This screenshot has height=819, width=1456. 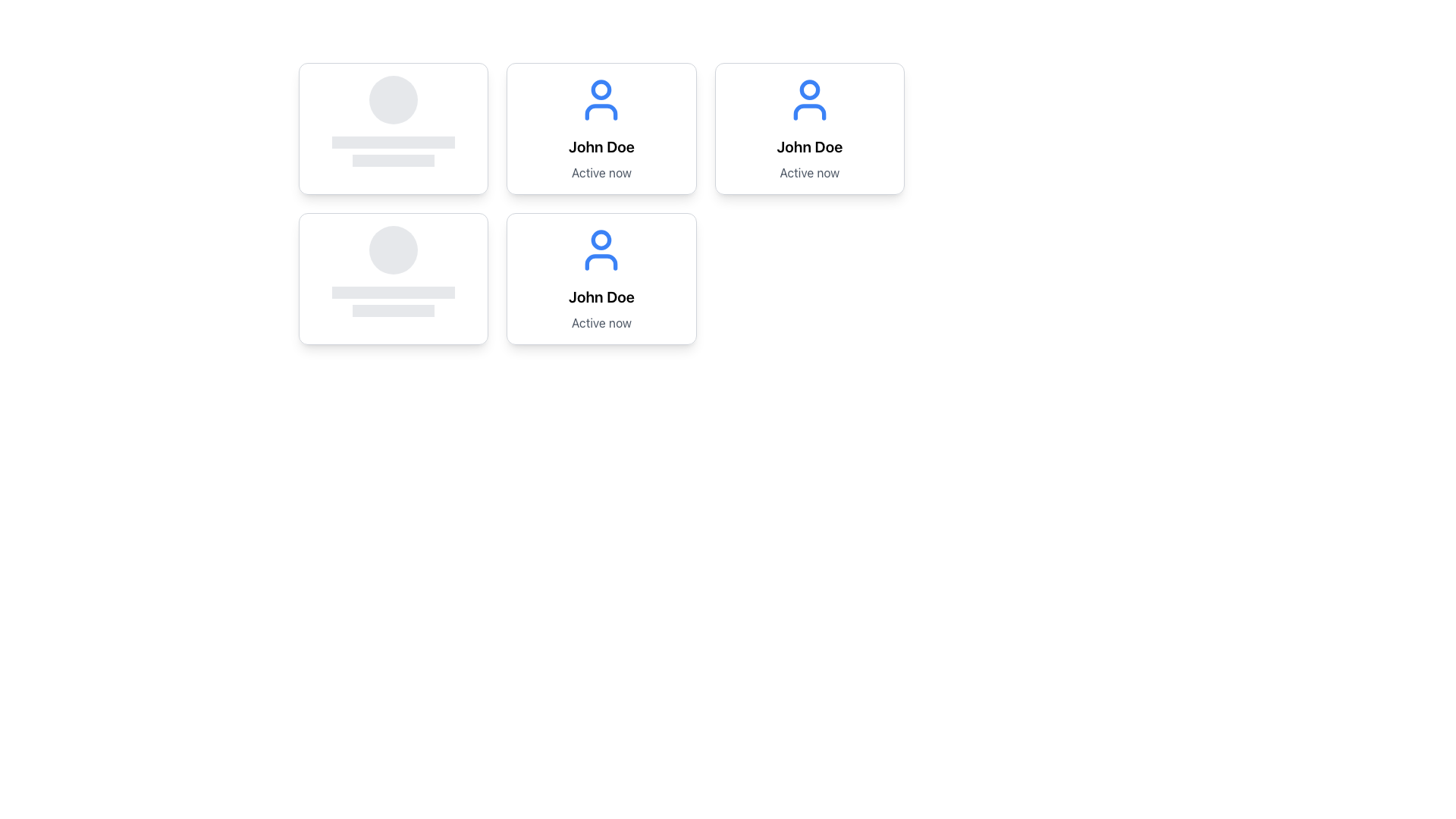 What do you see at coordinates (601, 89) in the screenshot?
I see `the circular SVG element that emphasizes the user icon's active status, located within the upper section of a blue-outlined user icon on the second card from the left in the top row` at bounding box center [601, 89].